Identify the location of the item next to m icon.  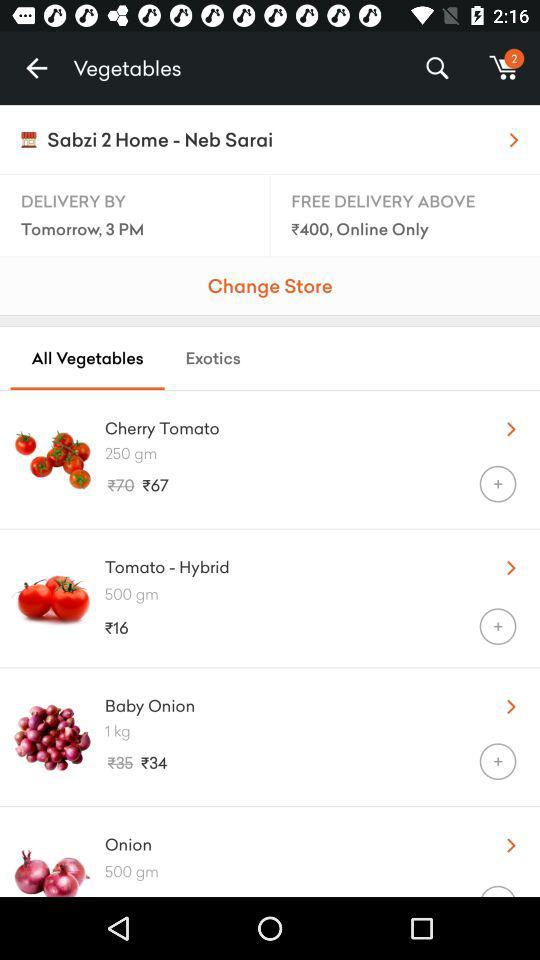
(436, 68).